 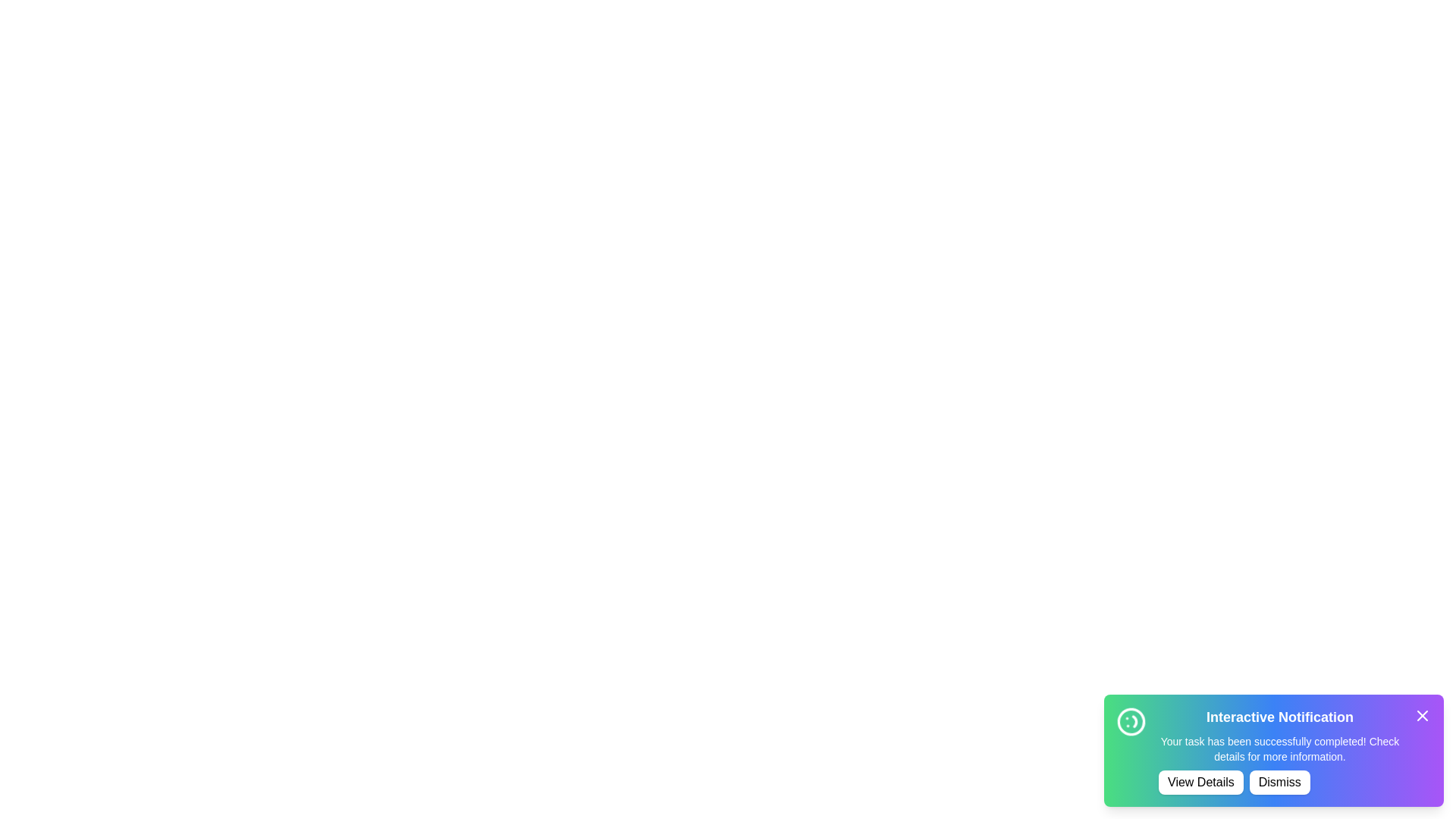 What do you see at coordinates (1422, 716) in the screenshot?
I see `the close icon (X) of the snackbar to hide it` at bounding box center [1422, 716].